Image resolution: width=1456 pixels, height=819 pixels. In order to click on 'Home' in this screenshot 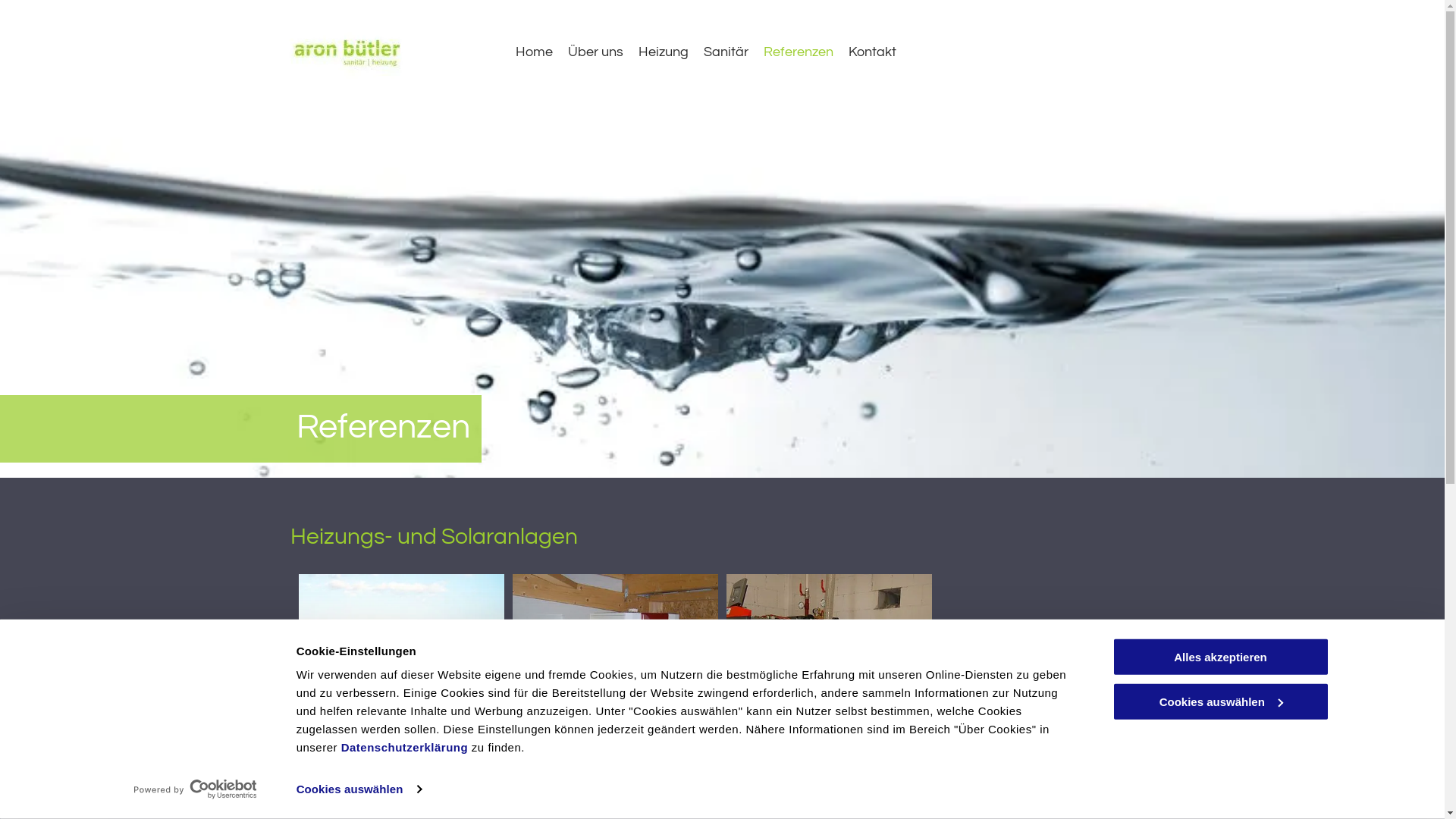, I will do `click(516, 51)`.